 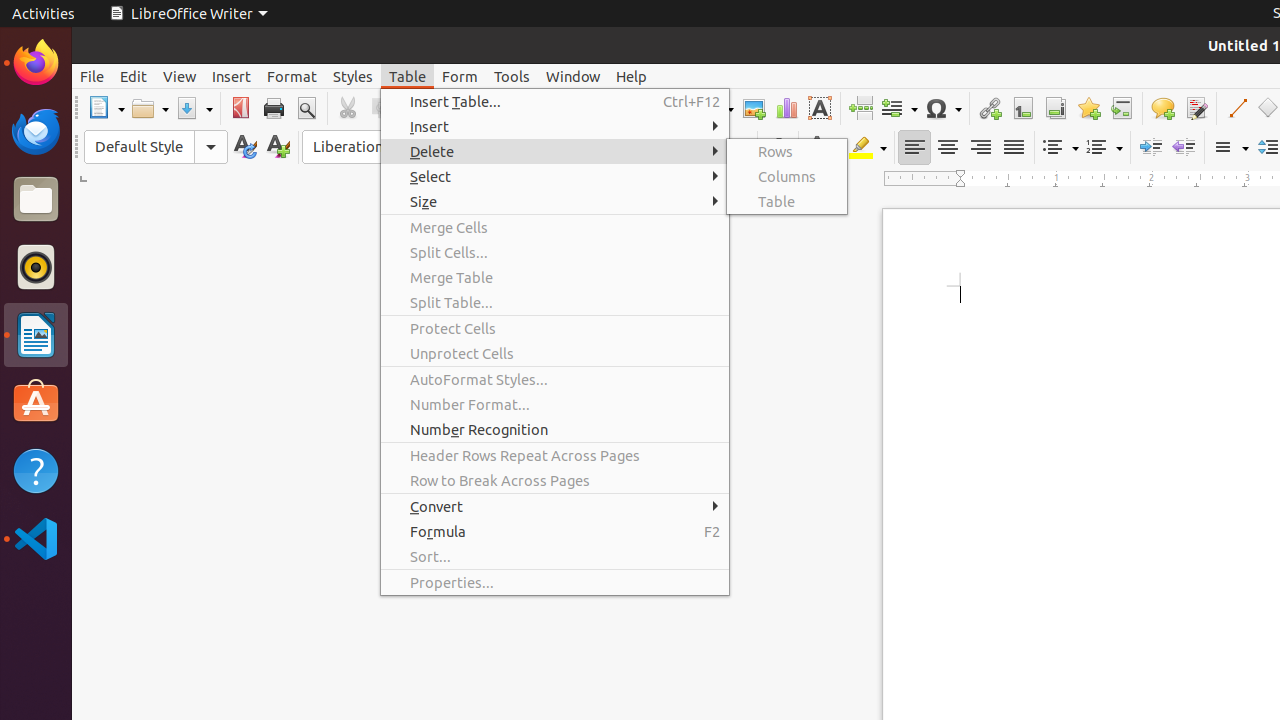 What do you see at coordinates (188, 13) in the screenshot?
I see `'LibreOffice Writer'` at bounding box center [188, 13].